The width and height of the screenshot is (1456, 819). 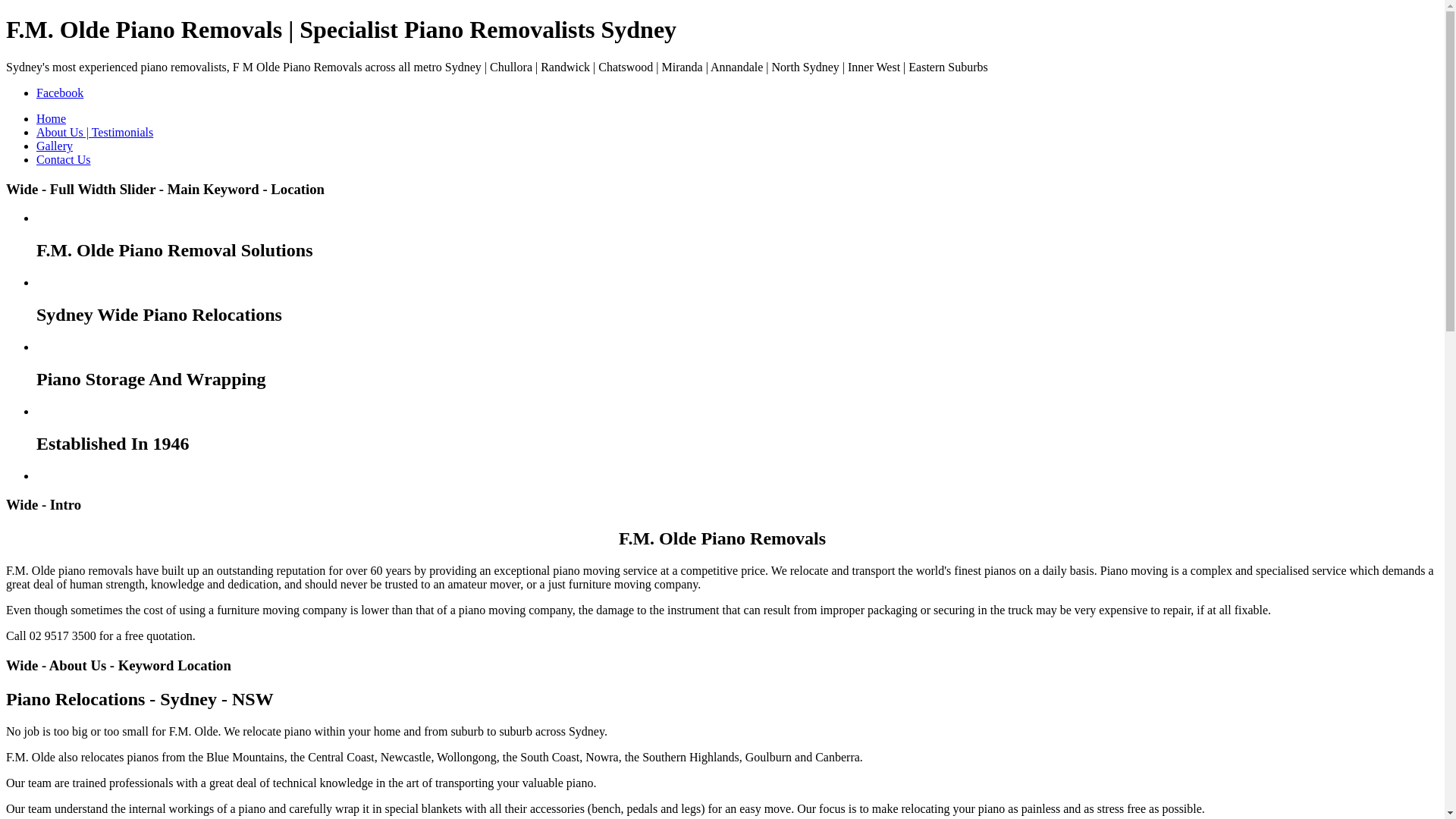 What do you see at coordinates (51, 118) in the screenshot?
I see `'Home'` at bounding box center [51, 118].